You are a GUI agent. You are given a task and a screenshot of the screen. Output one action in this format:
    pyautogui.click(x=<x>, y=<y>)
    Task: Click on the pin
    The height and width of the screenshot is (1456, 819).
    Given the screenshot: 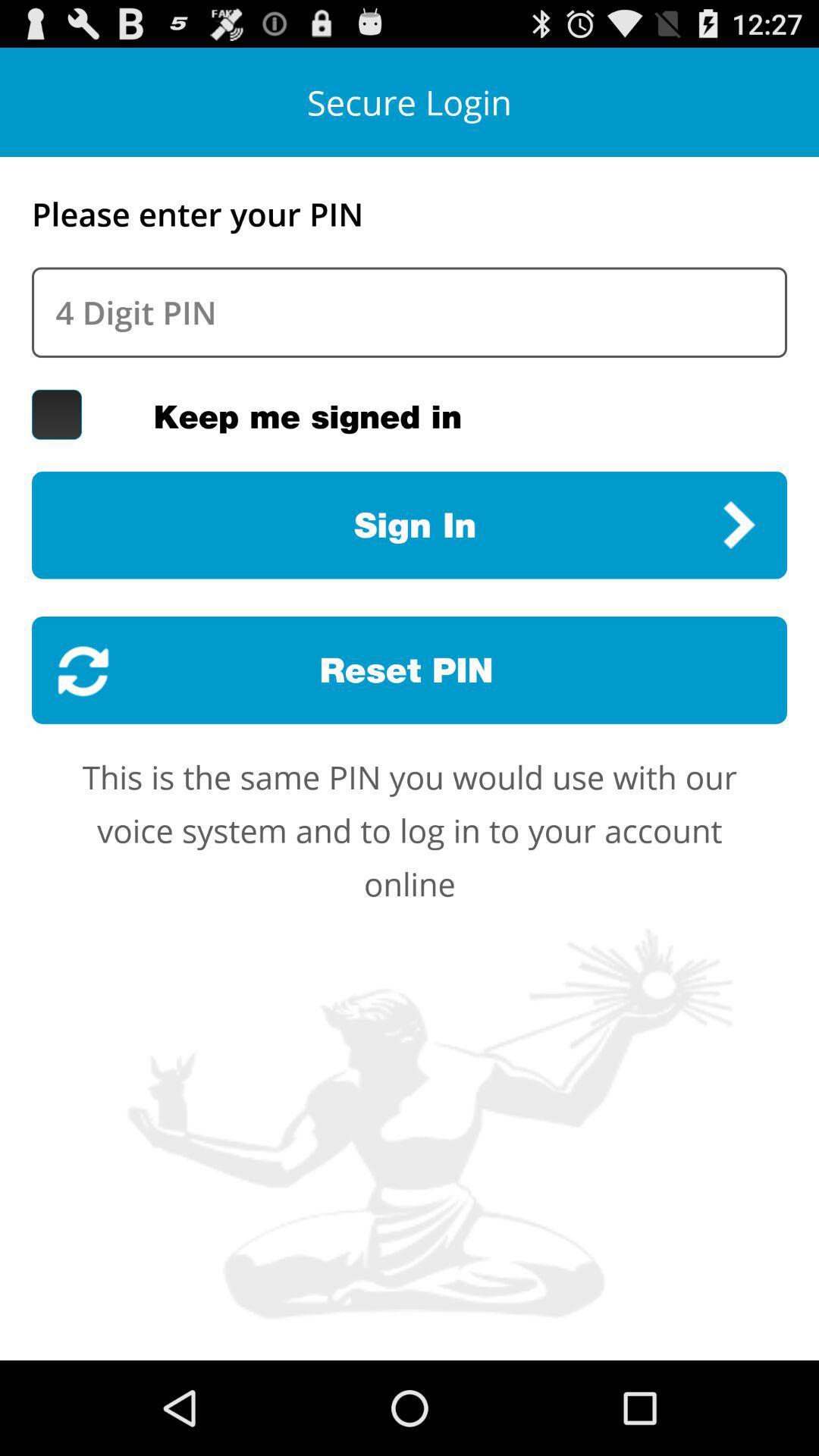 What is the action you would take?
    pyautogui.click(x=409, y=312)
    